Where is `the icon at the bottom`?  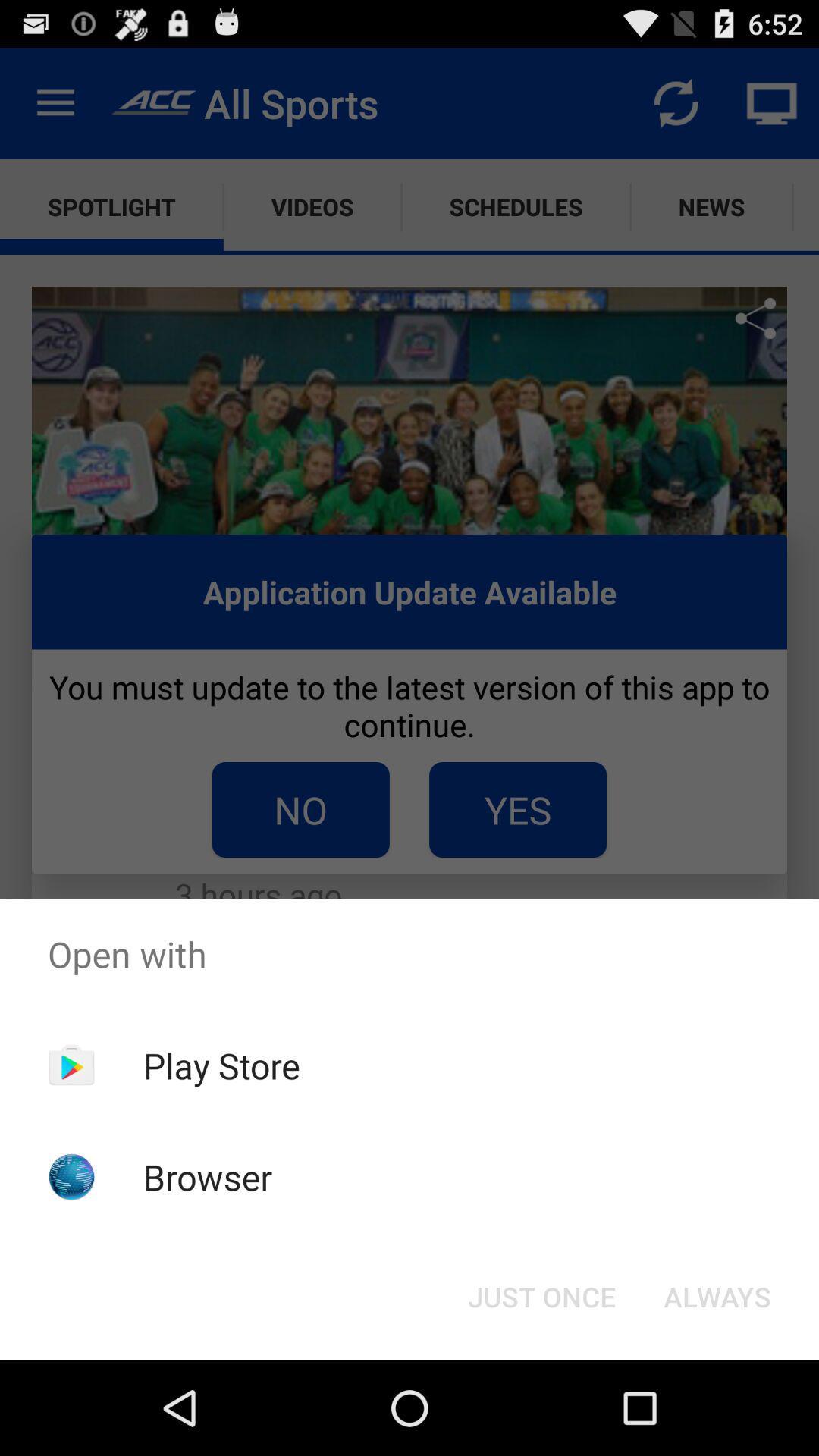
the icon at the bottom is located at coordinates (541, 1295).